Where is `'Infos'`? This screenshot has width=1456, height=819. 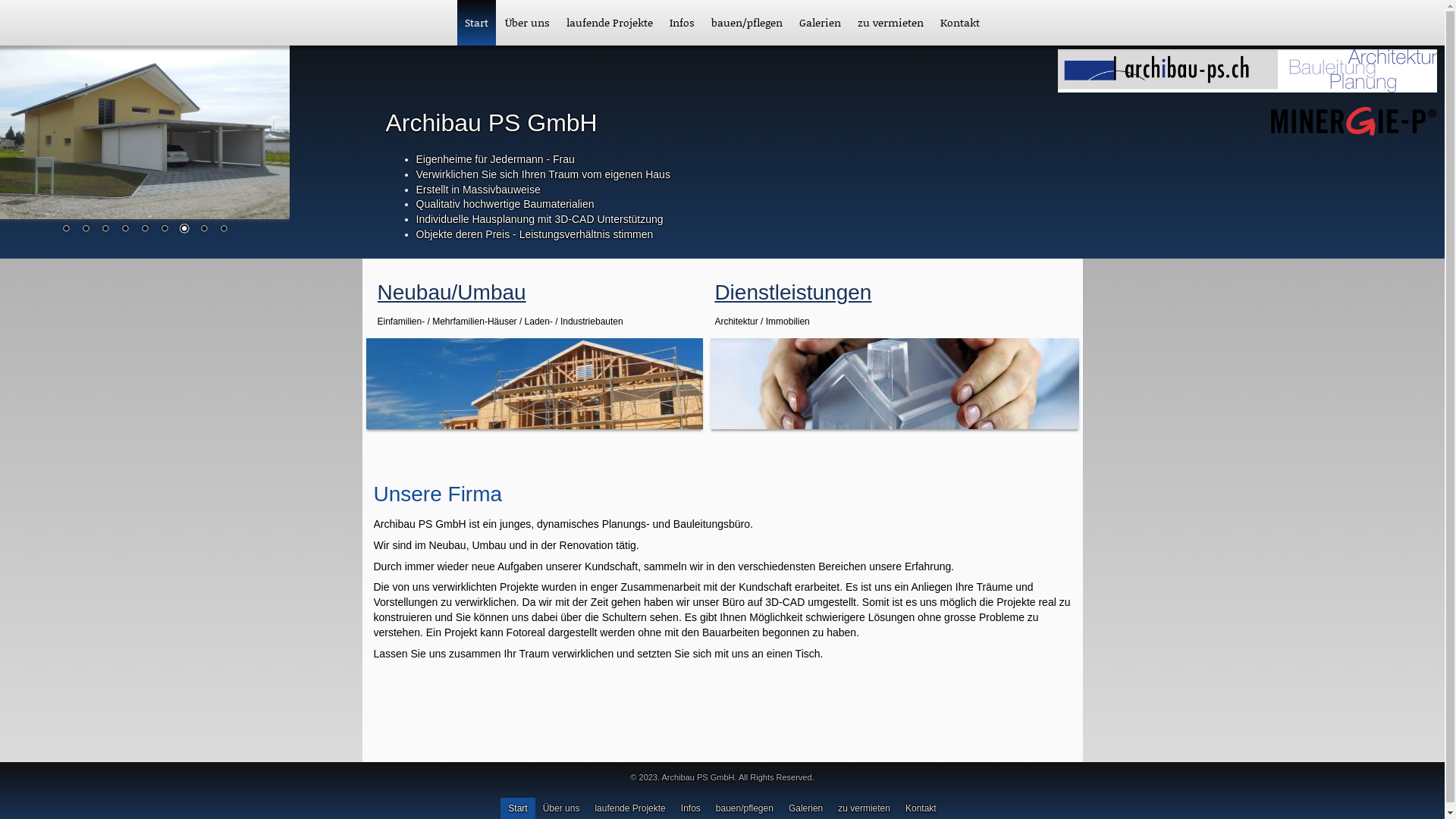
'Infos' is located at coordinates (681, 23).